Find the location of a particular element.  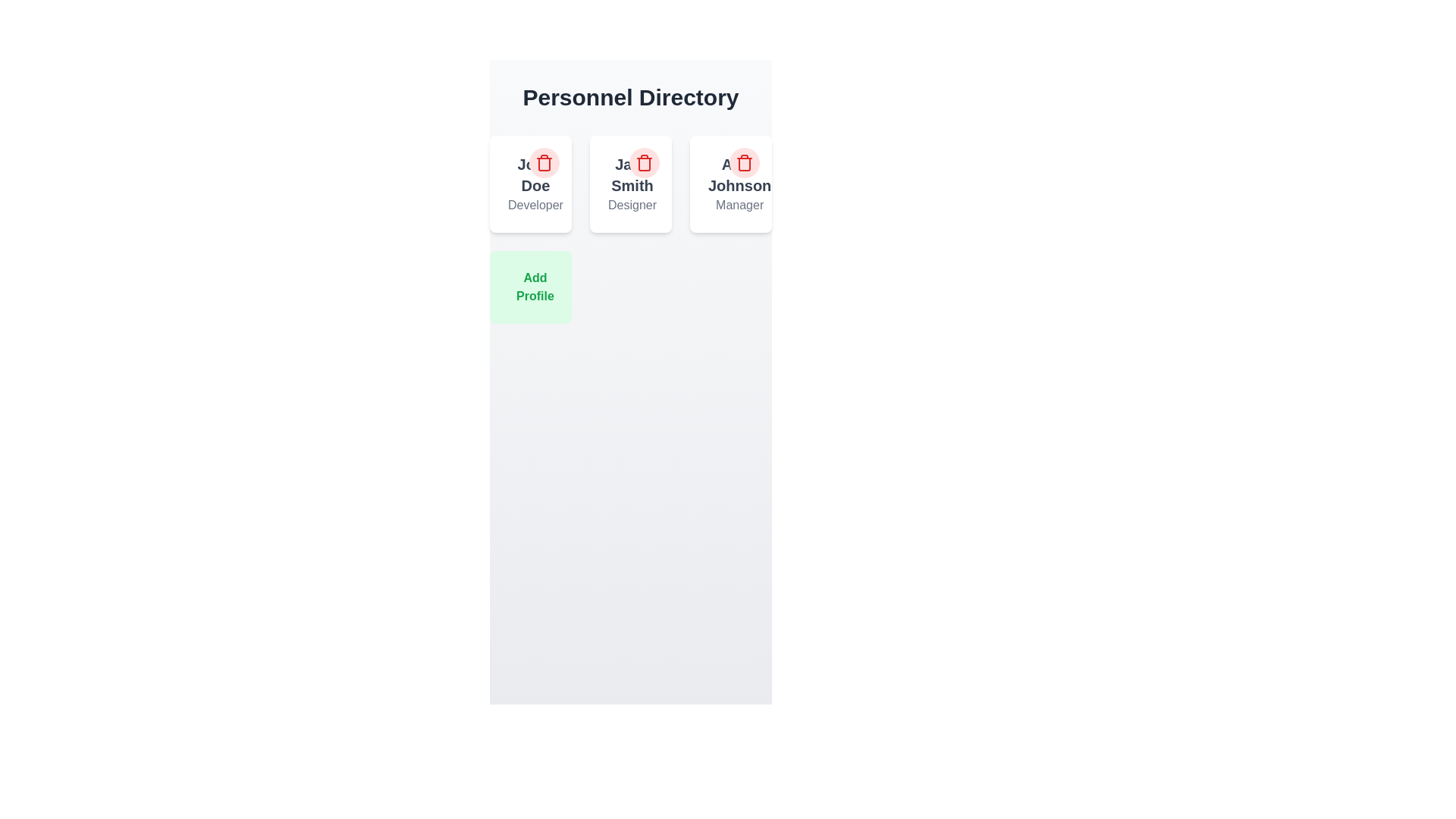

text label displaying 'Designer' that is centrally aligned below the name 'Jane Smith' within the card layout is located at coordinates (632, 205).